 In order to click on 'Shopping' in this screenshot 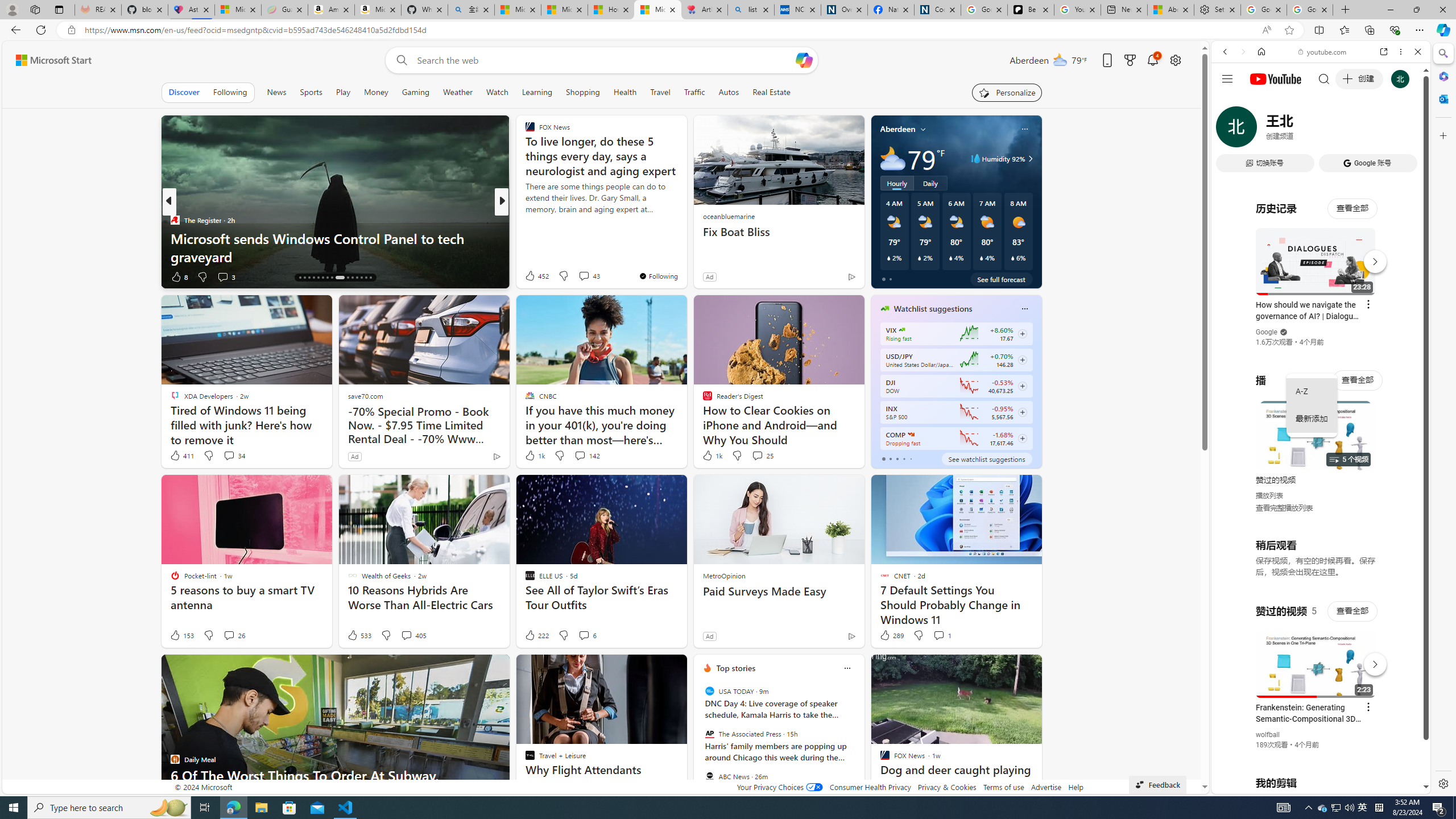, I will do `click(582, 92)`.